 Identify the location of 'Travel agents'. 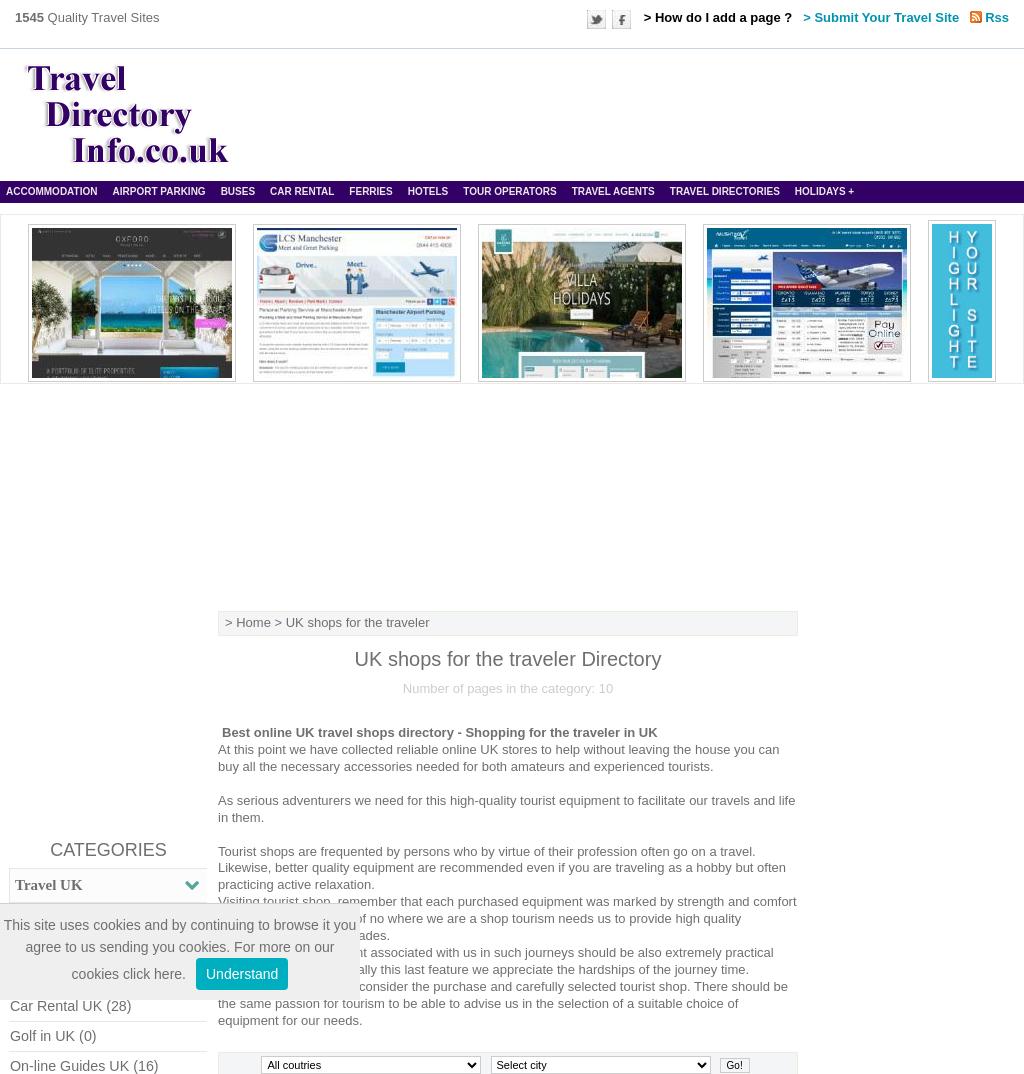
(612, 191).